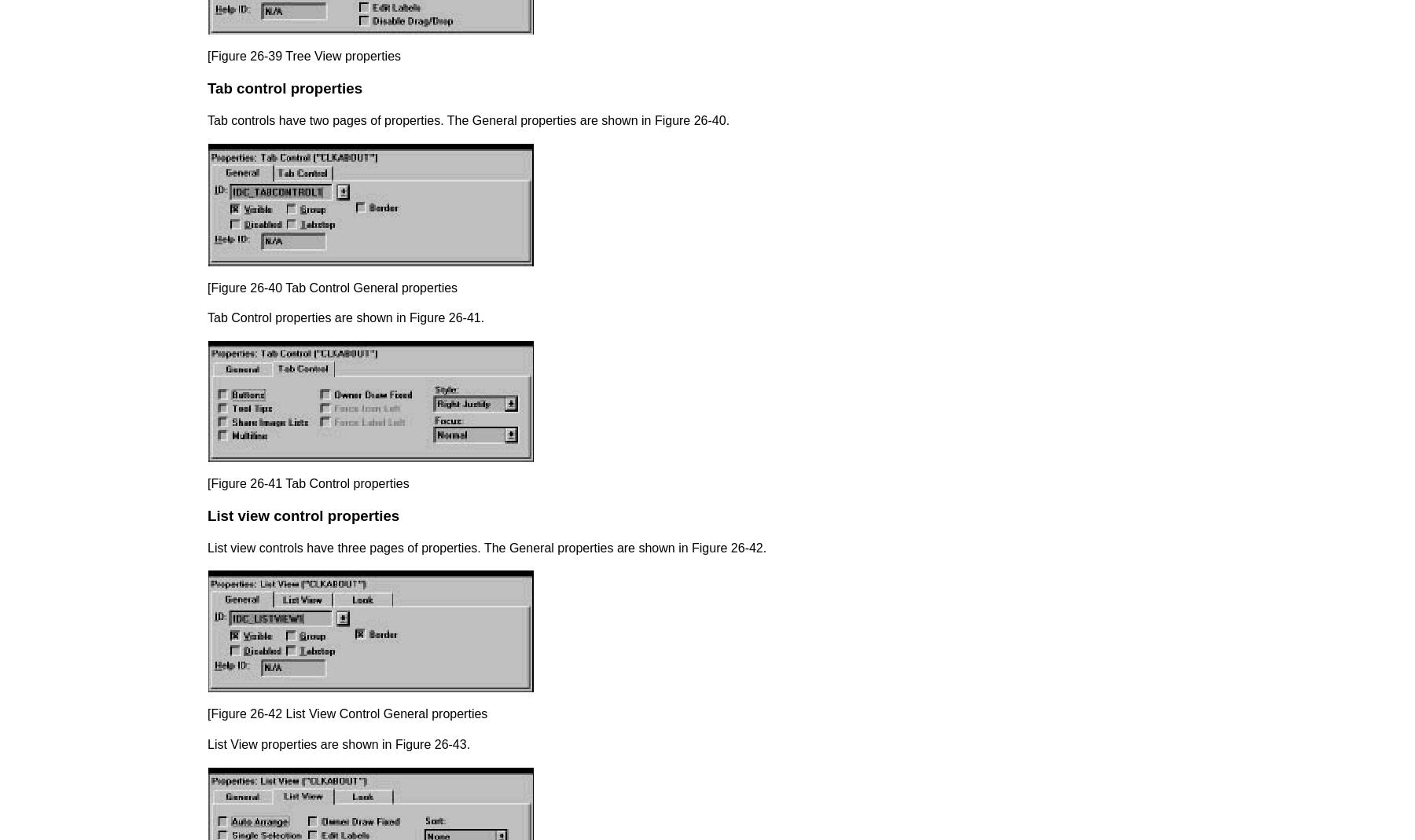 The width and height of the screenshot is (1415, 840). What do you see at coordinates (207, 713) in the screenshot?
I see `'[Figure 26-42 List View Control General properties'` at bounding box center [207, 713].